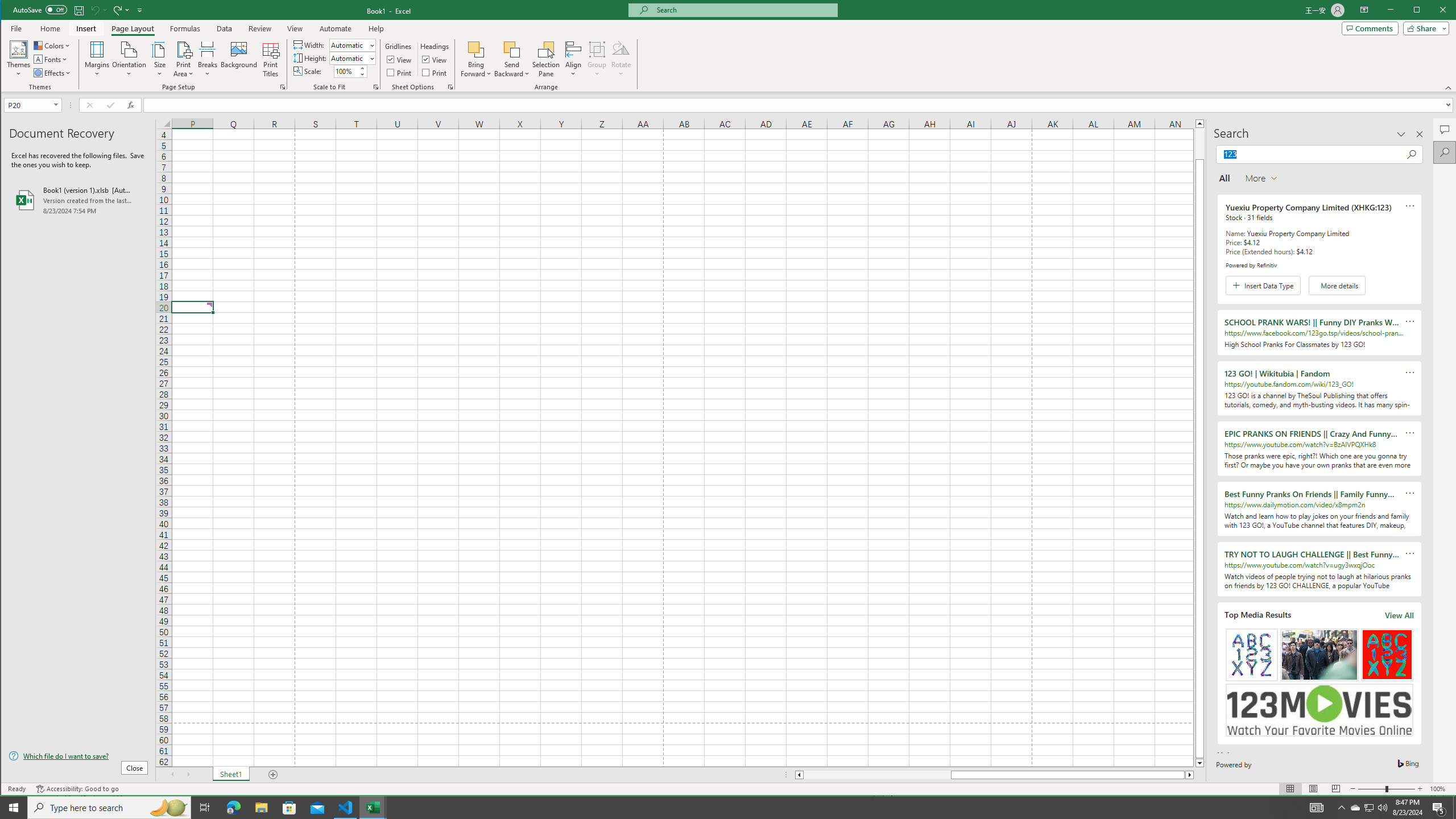 The height and width of the screenshot is (819, 1456). Describe the element at coordinates (289, 806) in the screenshot. I see `'Microsoft Store'` at that location.